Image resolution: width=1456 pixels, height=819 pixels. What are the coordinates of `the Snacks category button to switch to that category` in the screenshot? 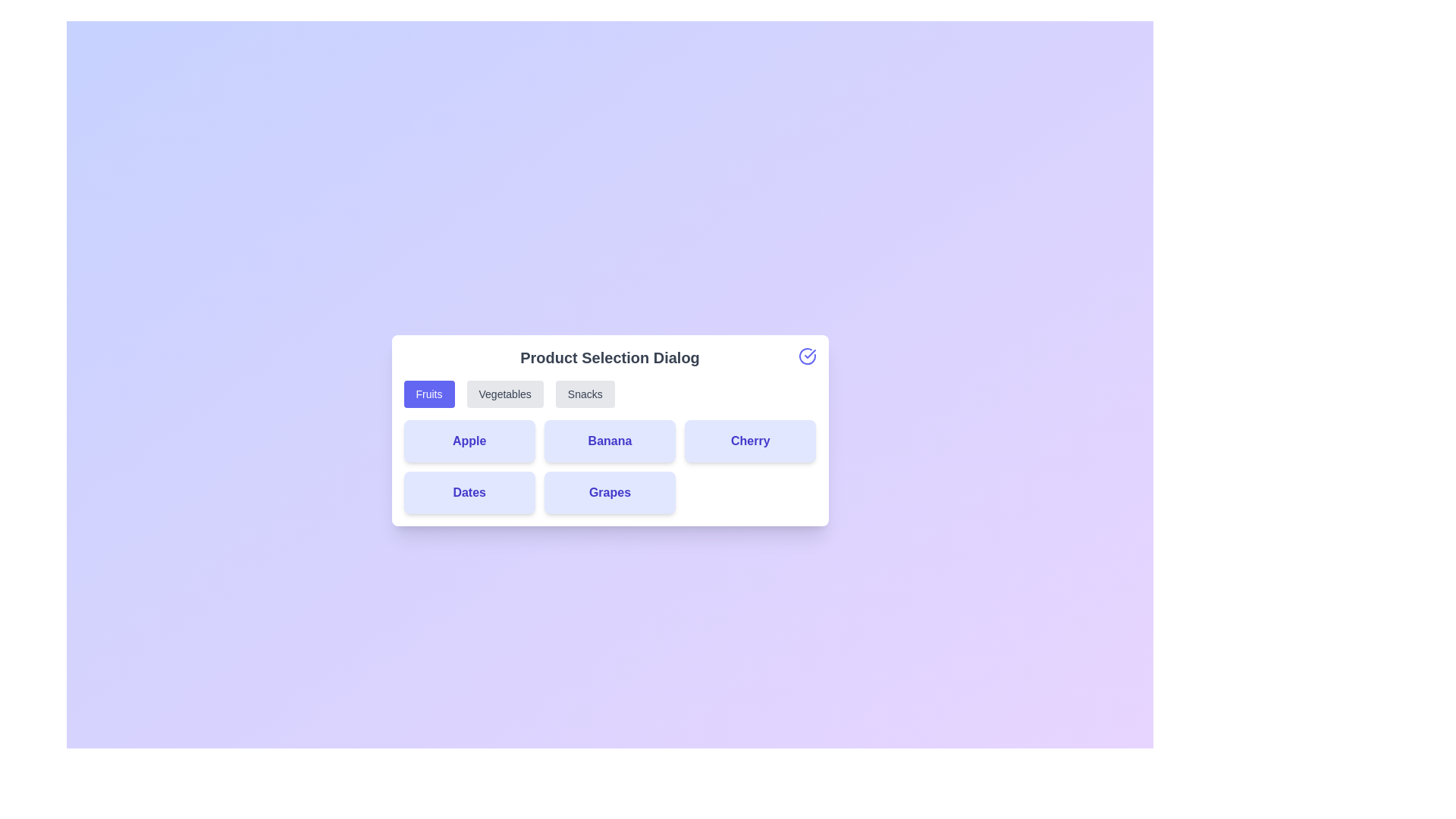 It's located at (584, 394).